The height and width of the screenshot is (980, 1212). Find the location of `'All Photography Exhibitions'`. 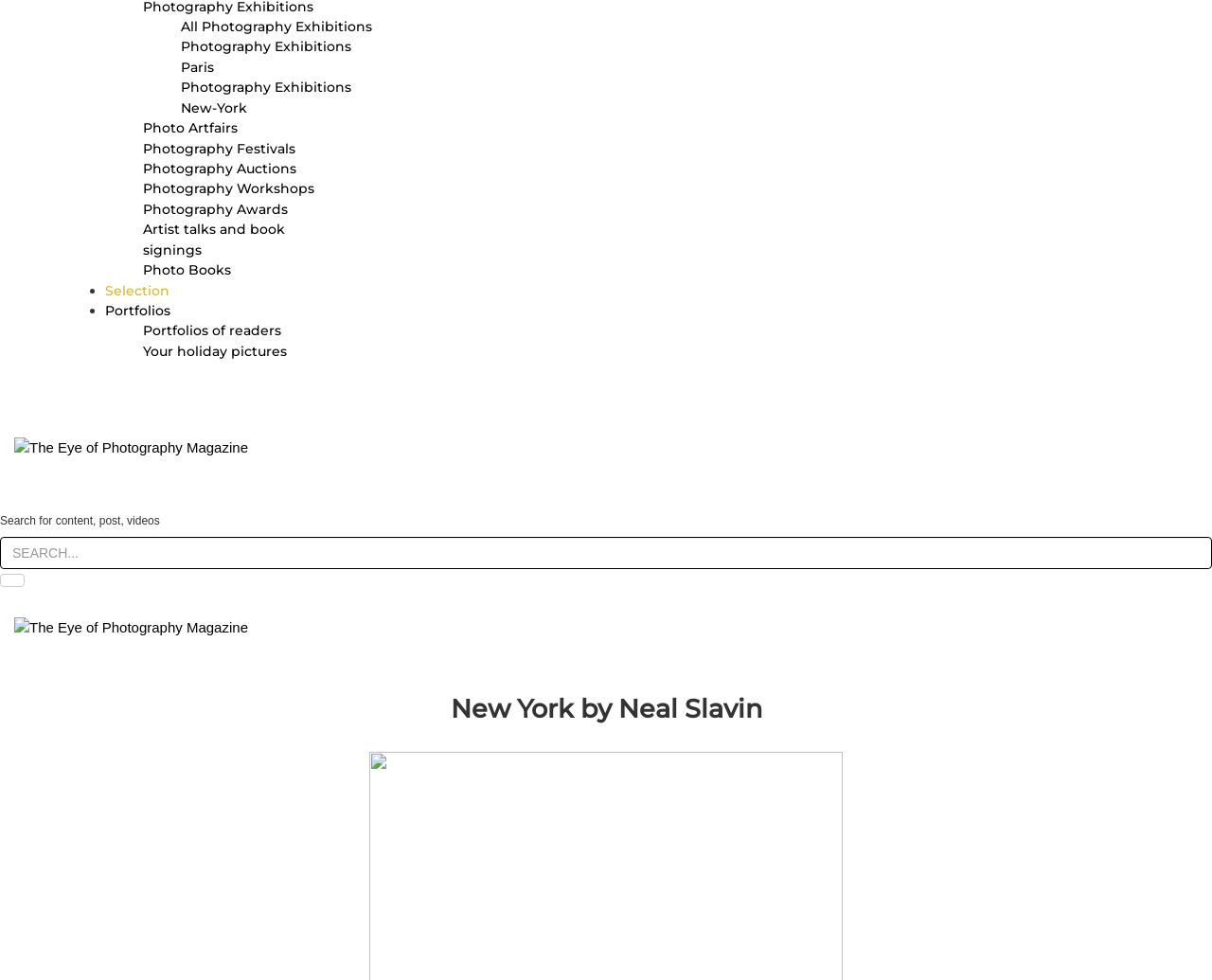

'All Photography Exhibitions' is located at coordinates (180, 27).